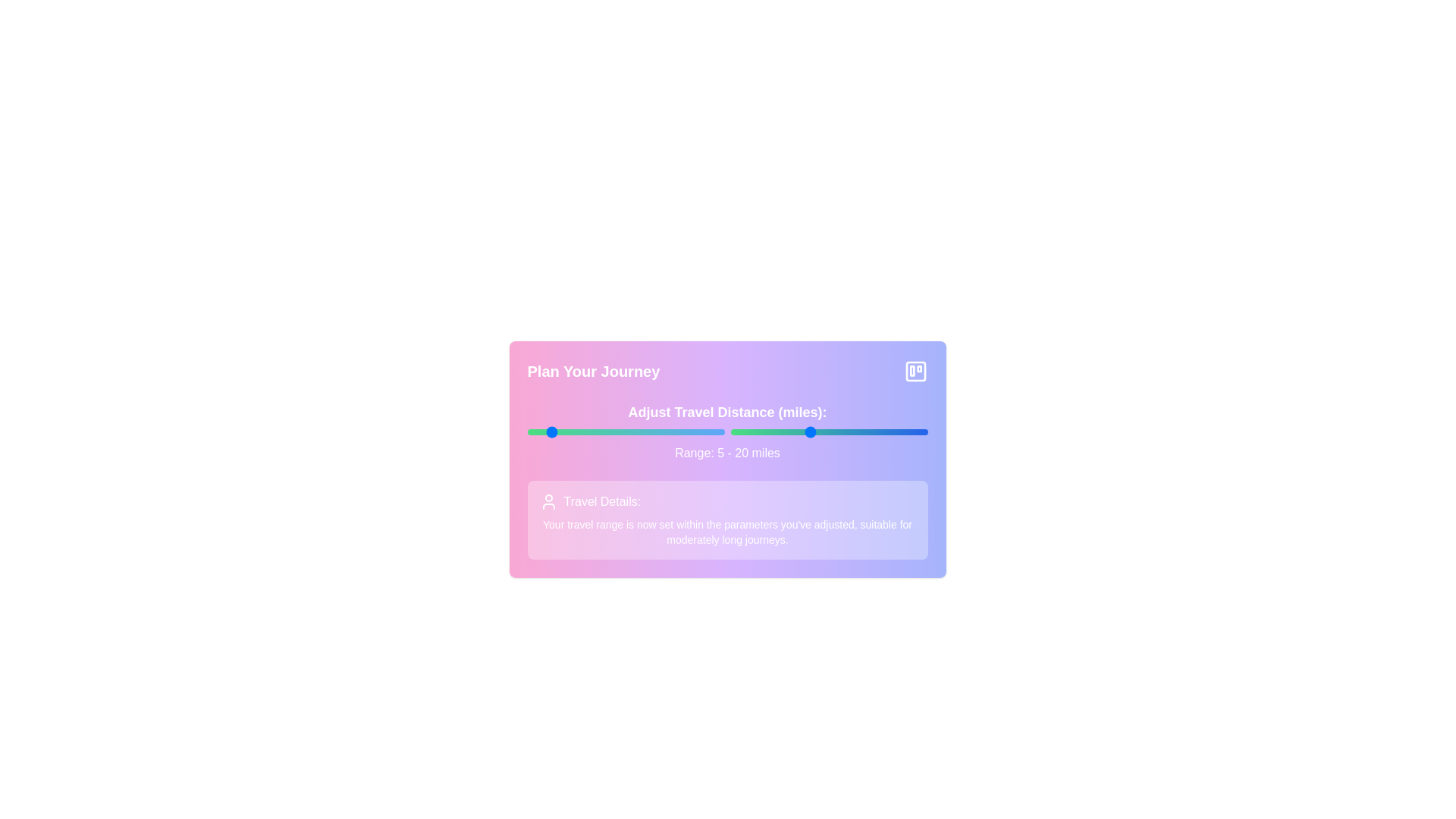 This screenshot has width=1456, height=819. What do you see at coordinates (726, 452) in the screenshot?
I see `the centered text label displaying 'Range: 5 - 20 miles' within the travel distance adjustment interface` at bounding box center [726, 452].